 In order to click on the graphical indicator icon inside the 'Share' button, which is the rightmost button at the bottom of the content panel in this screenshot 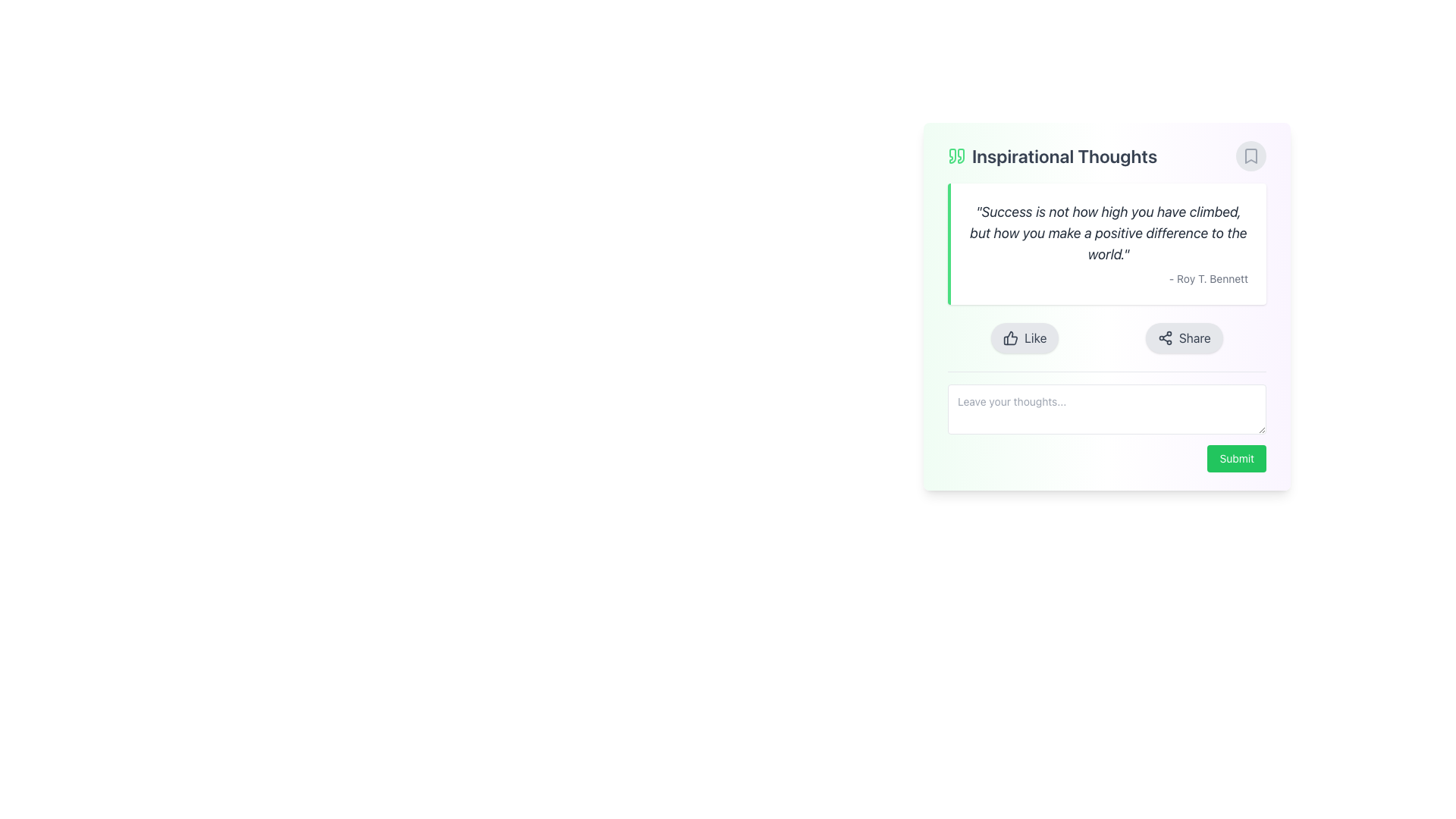, I will do `click(1164, 337)`.